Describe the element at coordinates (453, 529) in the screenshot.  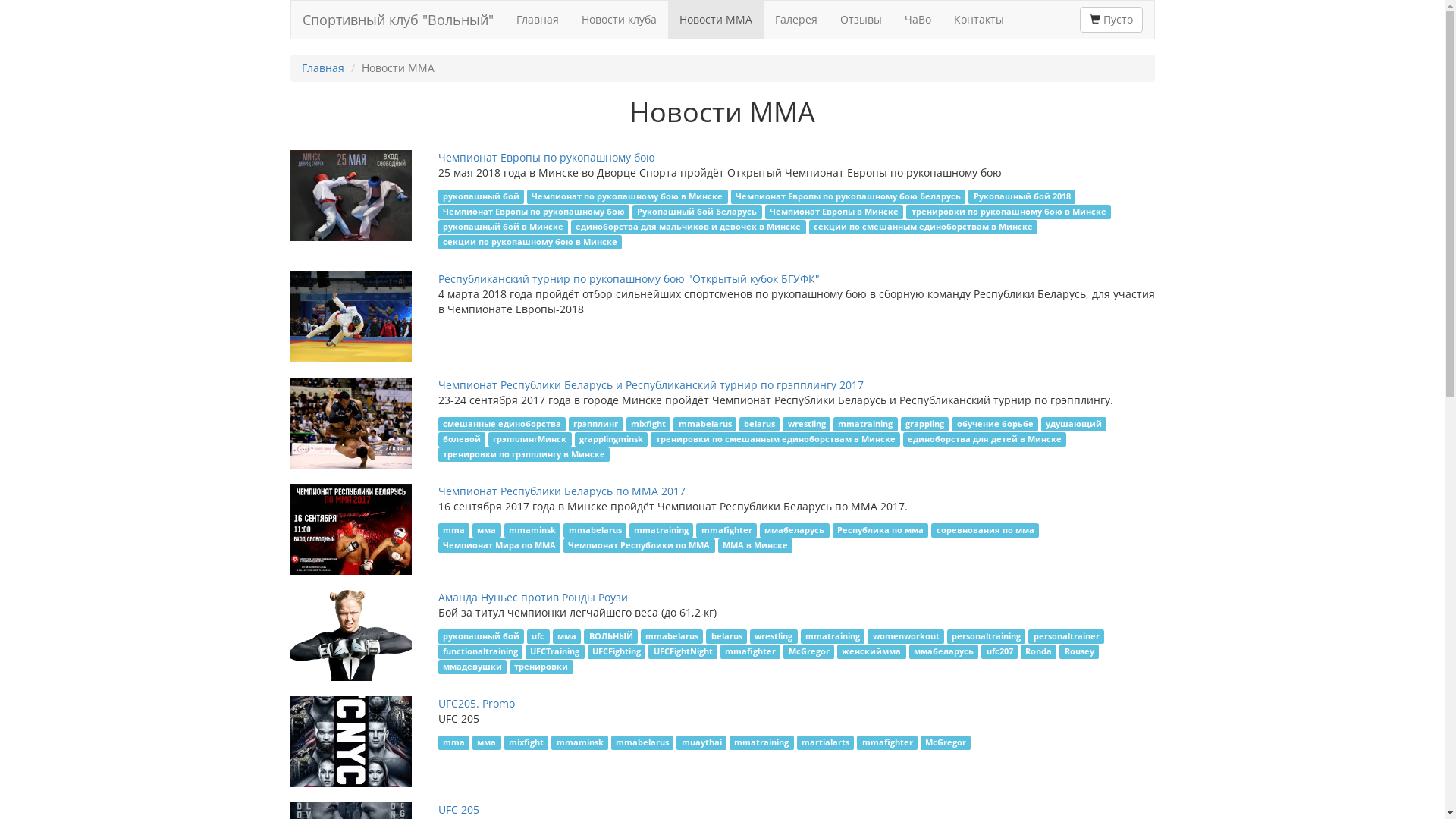
I see `'mma'` at that location.